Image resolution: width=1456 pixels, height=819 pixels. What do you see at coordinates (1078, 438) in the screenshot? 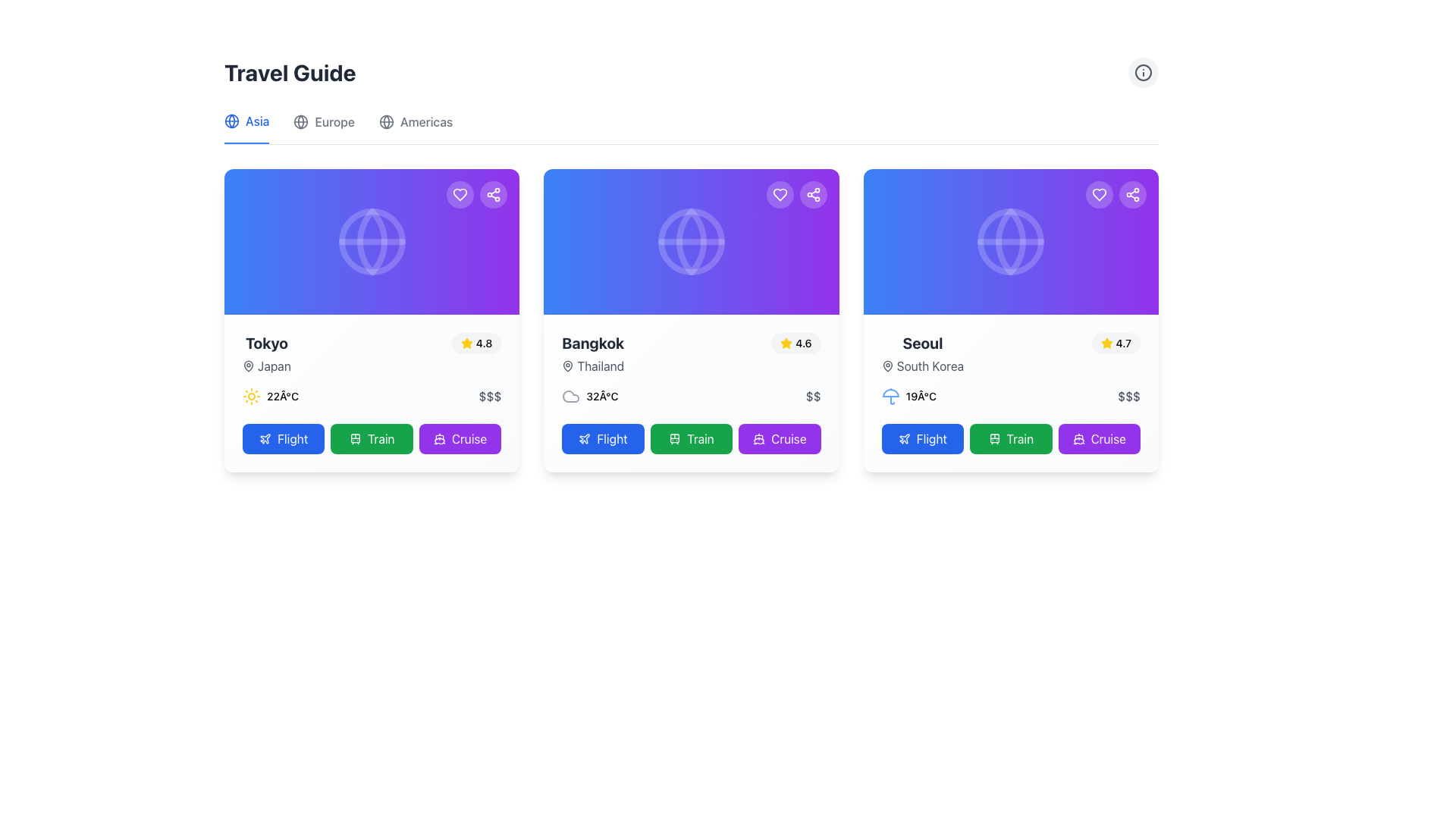
I see `the 'Cruise' icon located in the third card (Seoul) just left of the text 'Cruise'` at bounding box center [1078, 438].